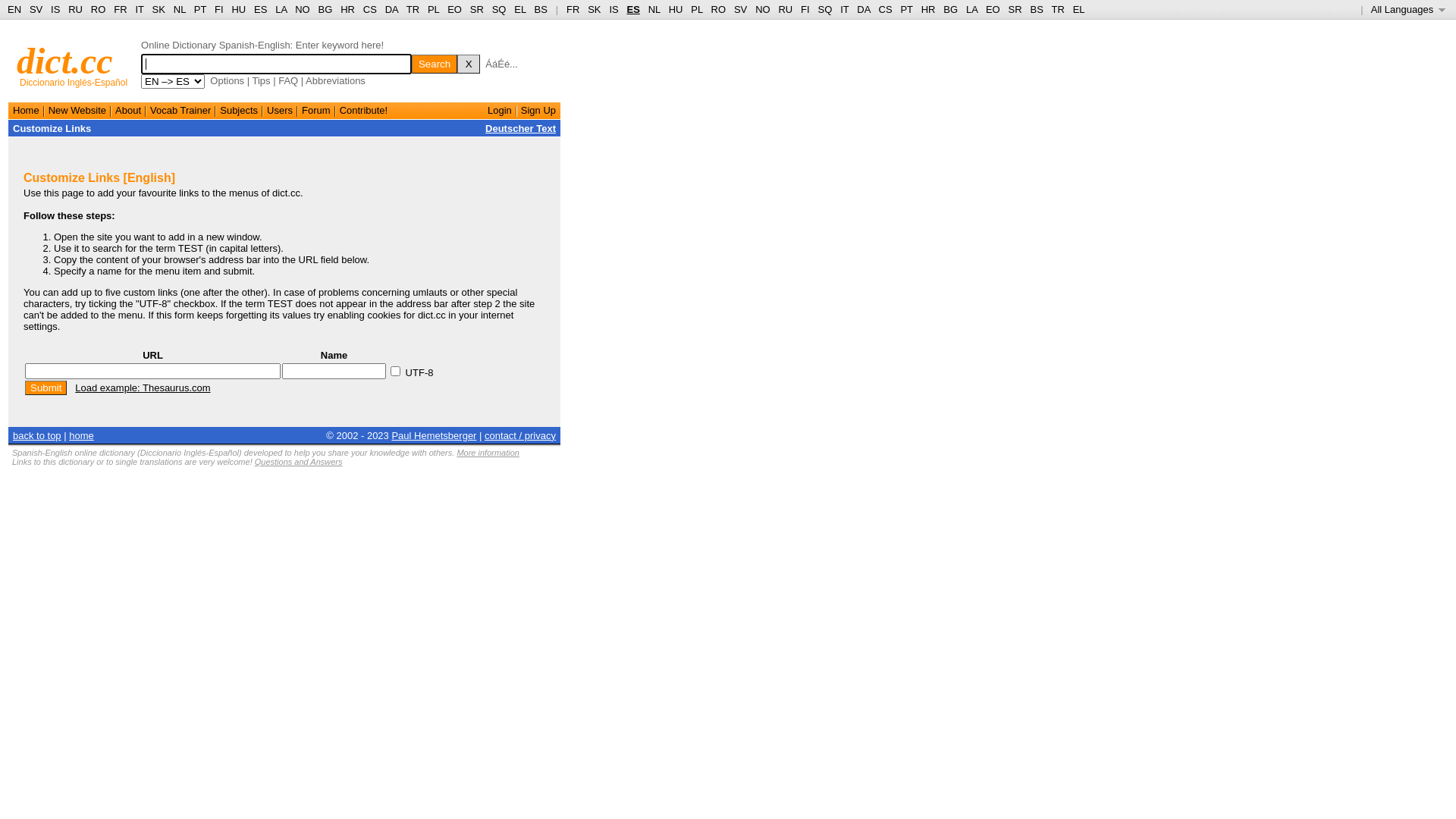 The height and width of the screenshot is (819, 1456). What do you see at coordinates (572, 9) in the screenshot?
I see `'FR'` at bounding box center [572, 9].